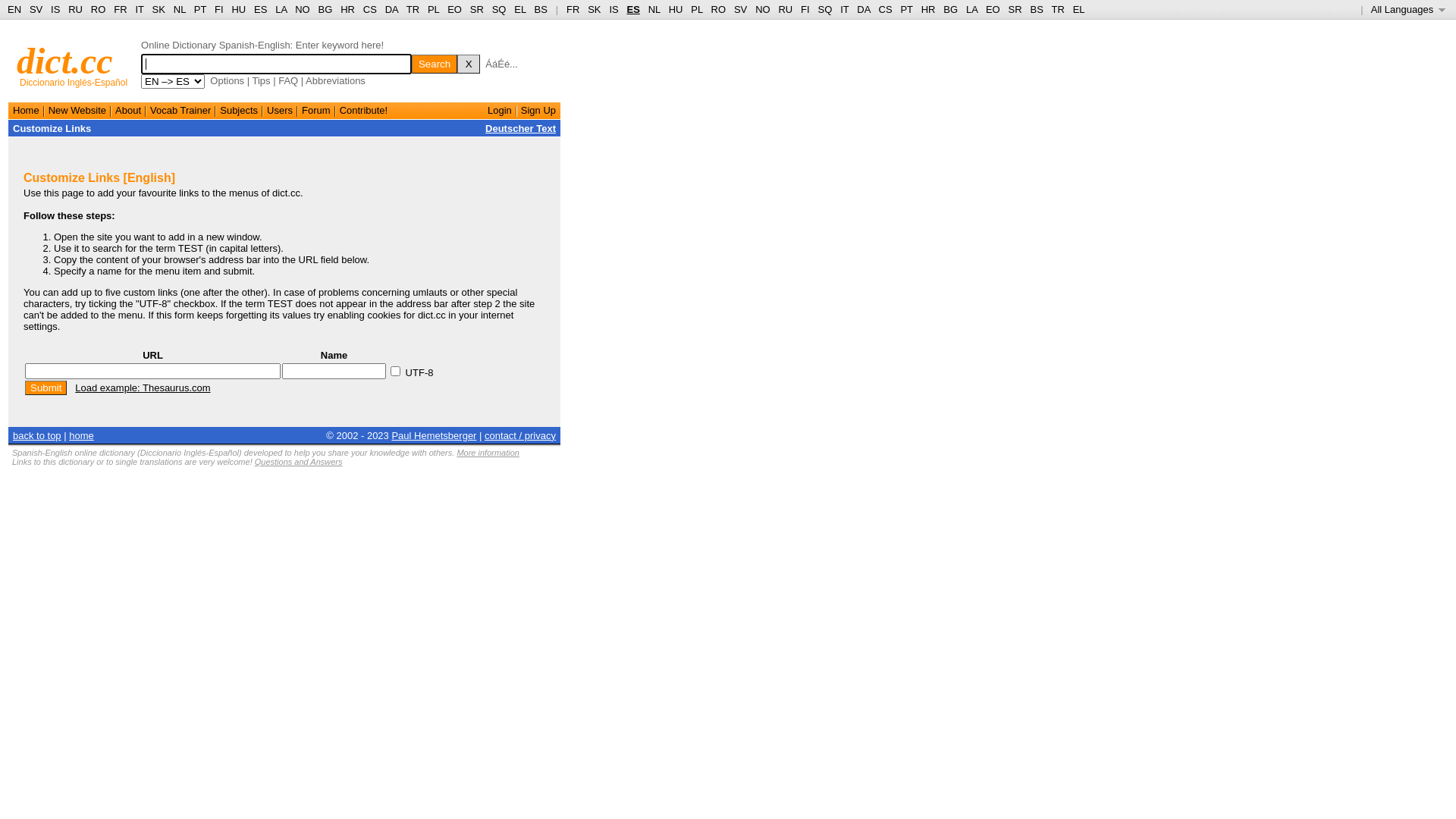 The height and width of the screenshot is (819, 1456). What do you see at coordinates (572, 9) in the screenshot?
I see `'FR'` at bounding box center [572, 9].